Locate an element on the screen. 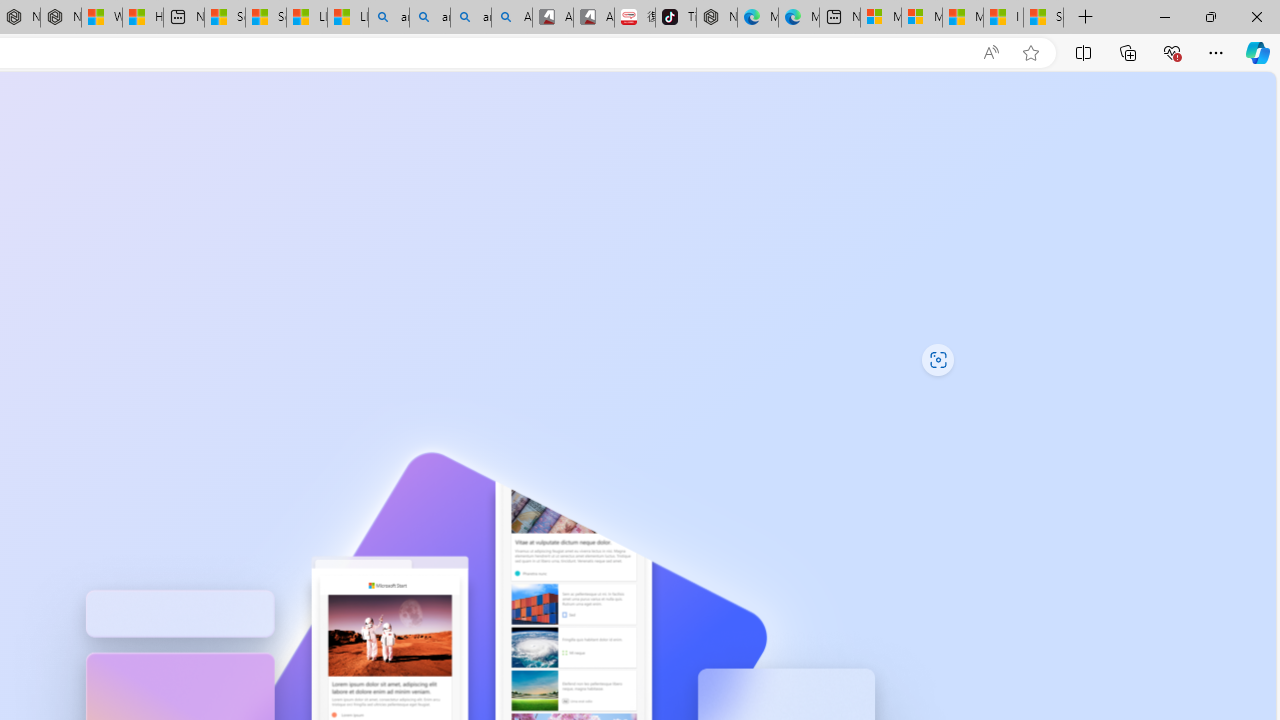 This screenshot has height=720, width=1280. 'Microsoft account | Privacy' is located at coordinates (921, 17).